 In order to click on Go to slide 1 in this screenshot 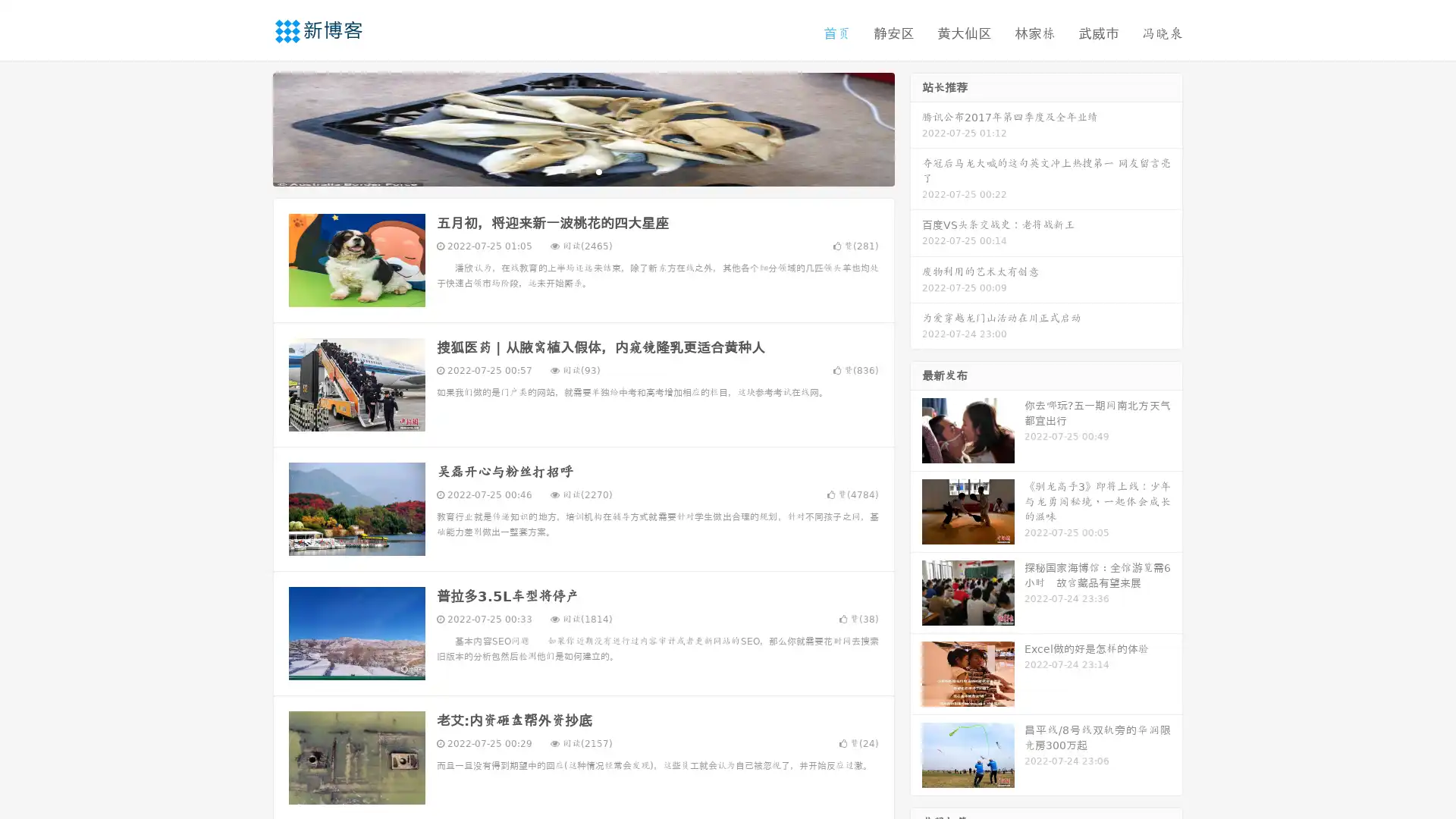, I will do `click(567, 171)`.